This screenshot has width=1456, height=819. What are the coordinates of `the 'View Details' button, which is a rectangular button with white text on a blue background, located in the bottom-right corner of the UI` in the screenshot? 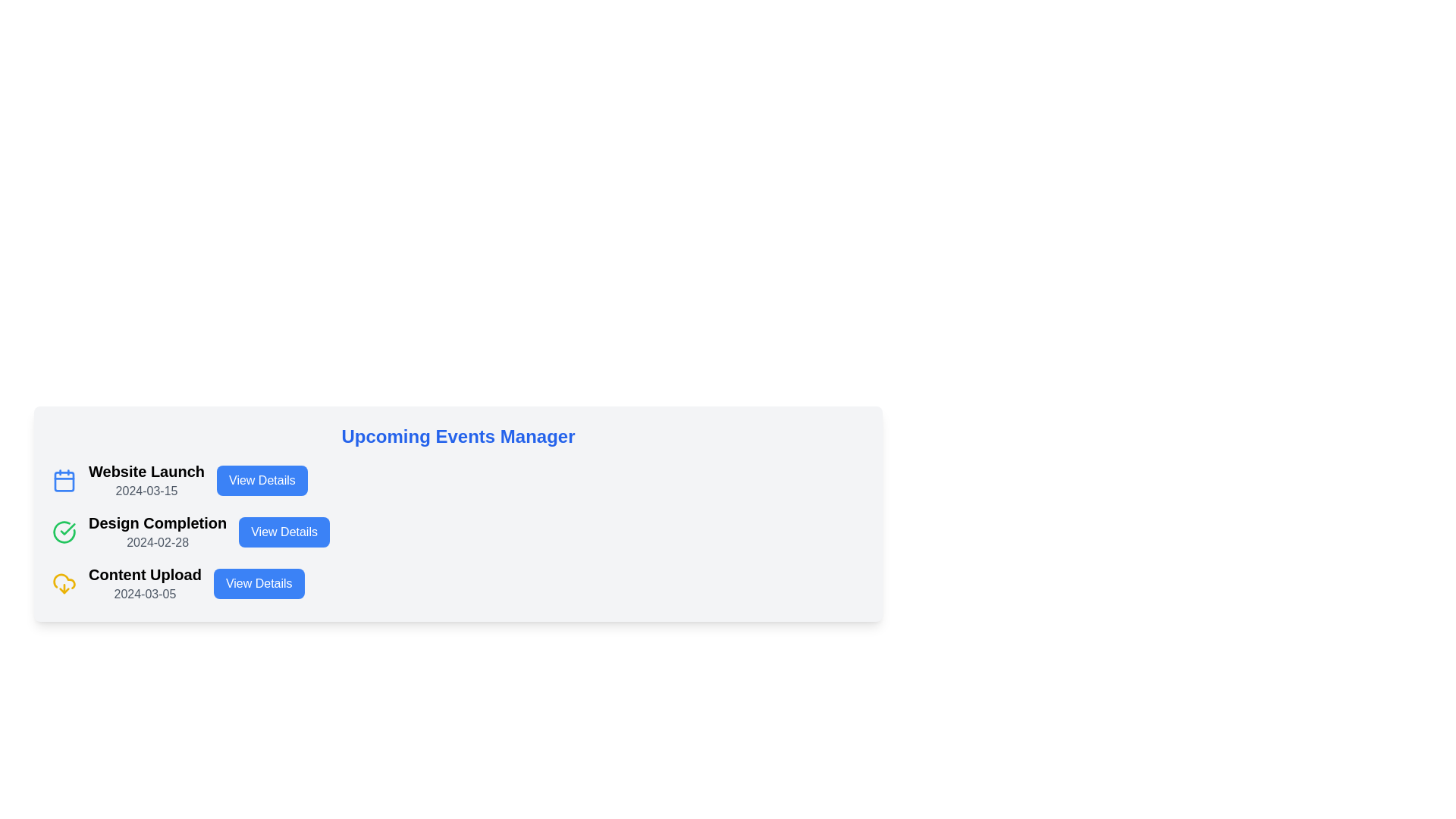 It's located at (259, 583).